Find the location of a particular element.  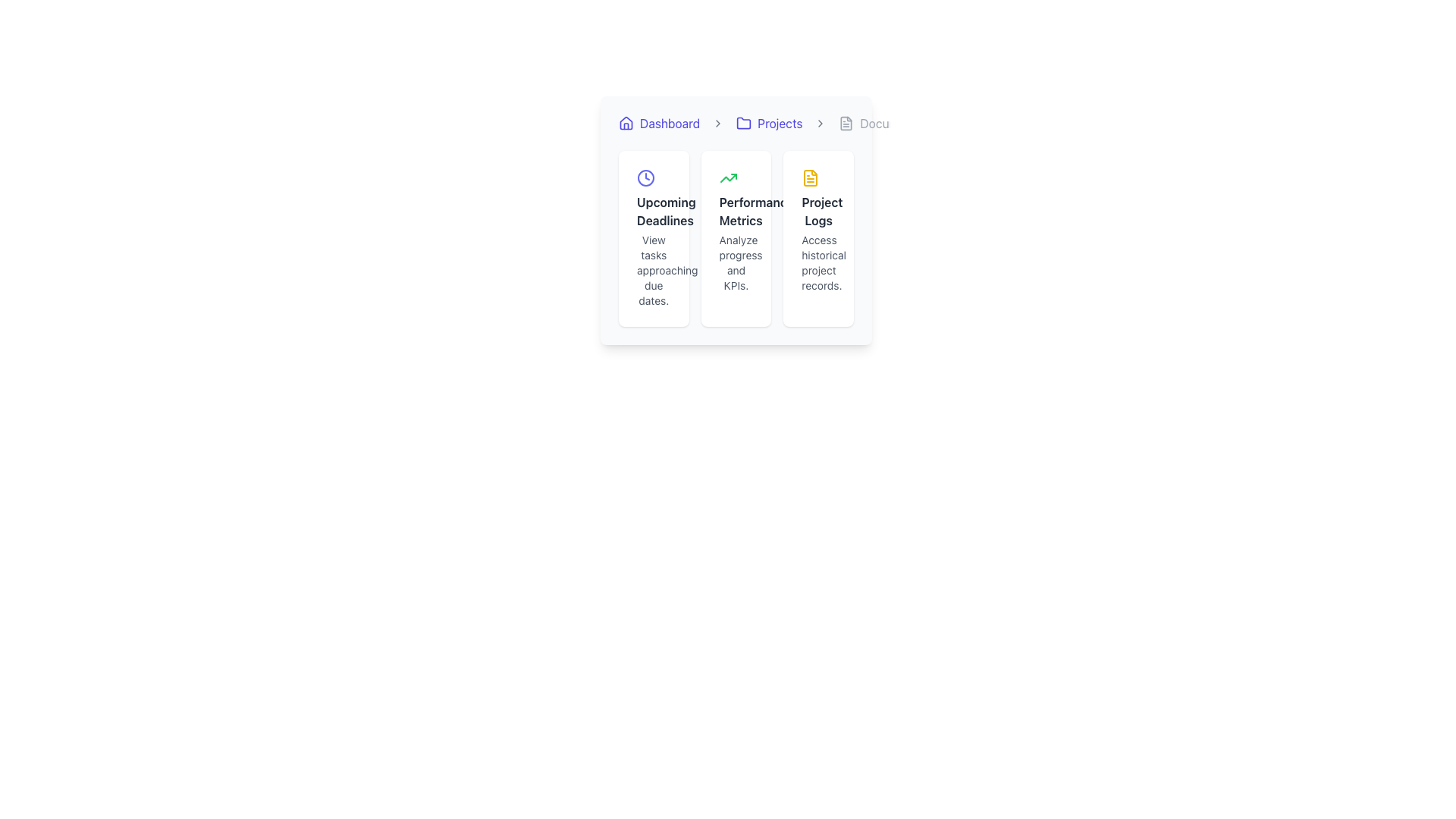

the separator icon located between the 'Projects' and 'Documentation' text in the breadcrumb navigation bar is located at coordinates (820, 122).